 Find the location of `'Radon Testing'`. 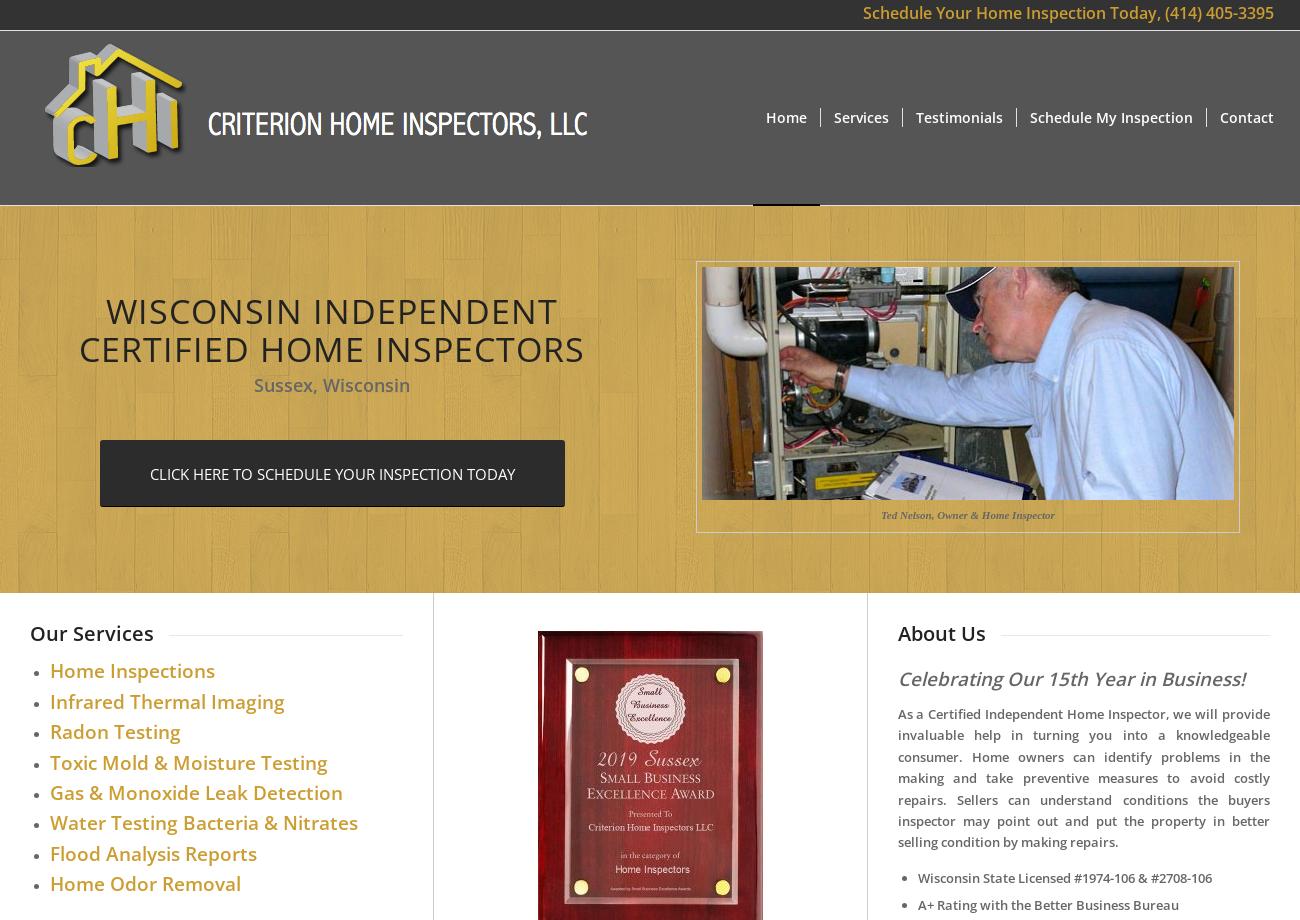

'Radon Testing' is located at coordinates (114, 731).